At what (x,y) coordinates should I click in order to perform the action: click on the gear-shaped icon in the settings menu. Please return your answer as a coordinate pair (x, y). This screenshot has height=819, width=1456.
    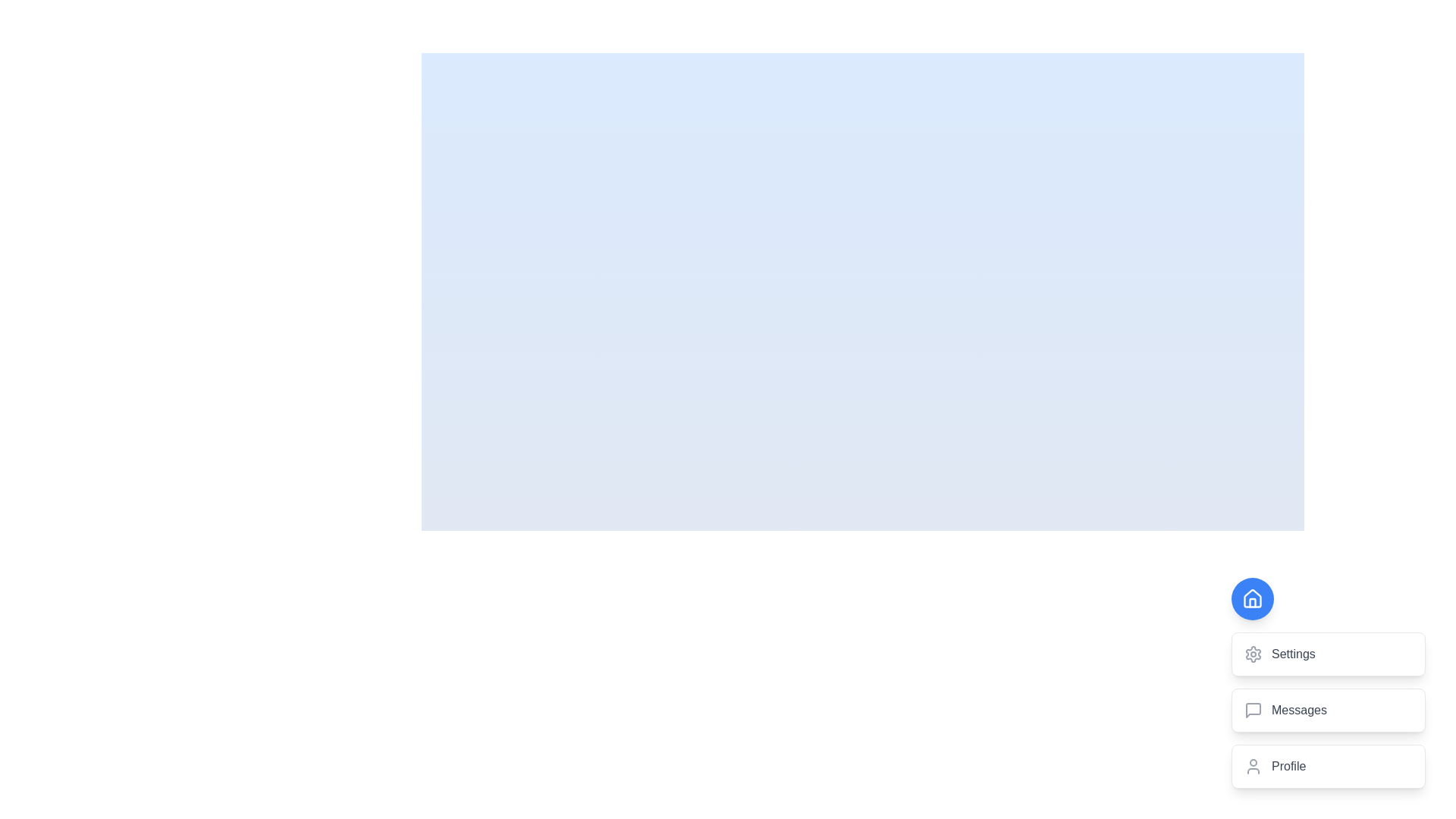
    Looking at the image, I should click on (1253, 654).